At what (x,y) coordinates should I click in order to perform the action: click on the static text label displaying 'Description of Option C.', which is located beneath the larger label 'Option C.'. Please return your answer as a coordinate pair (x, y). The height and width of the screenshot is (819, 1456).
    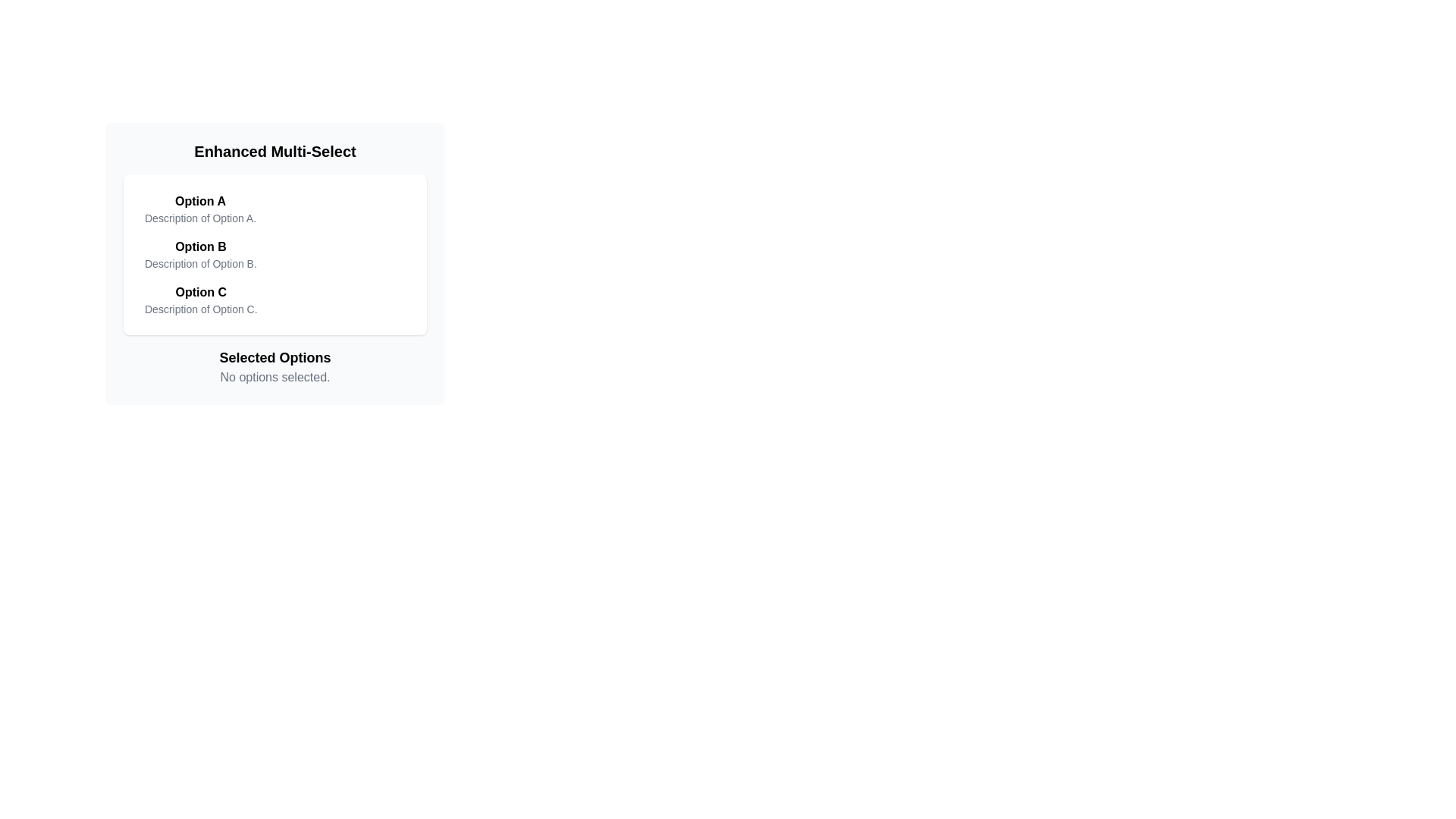
    Looking at the image, I should click on (200, 309).